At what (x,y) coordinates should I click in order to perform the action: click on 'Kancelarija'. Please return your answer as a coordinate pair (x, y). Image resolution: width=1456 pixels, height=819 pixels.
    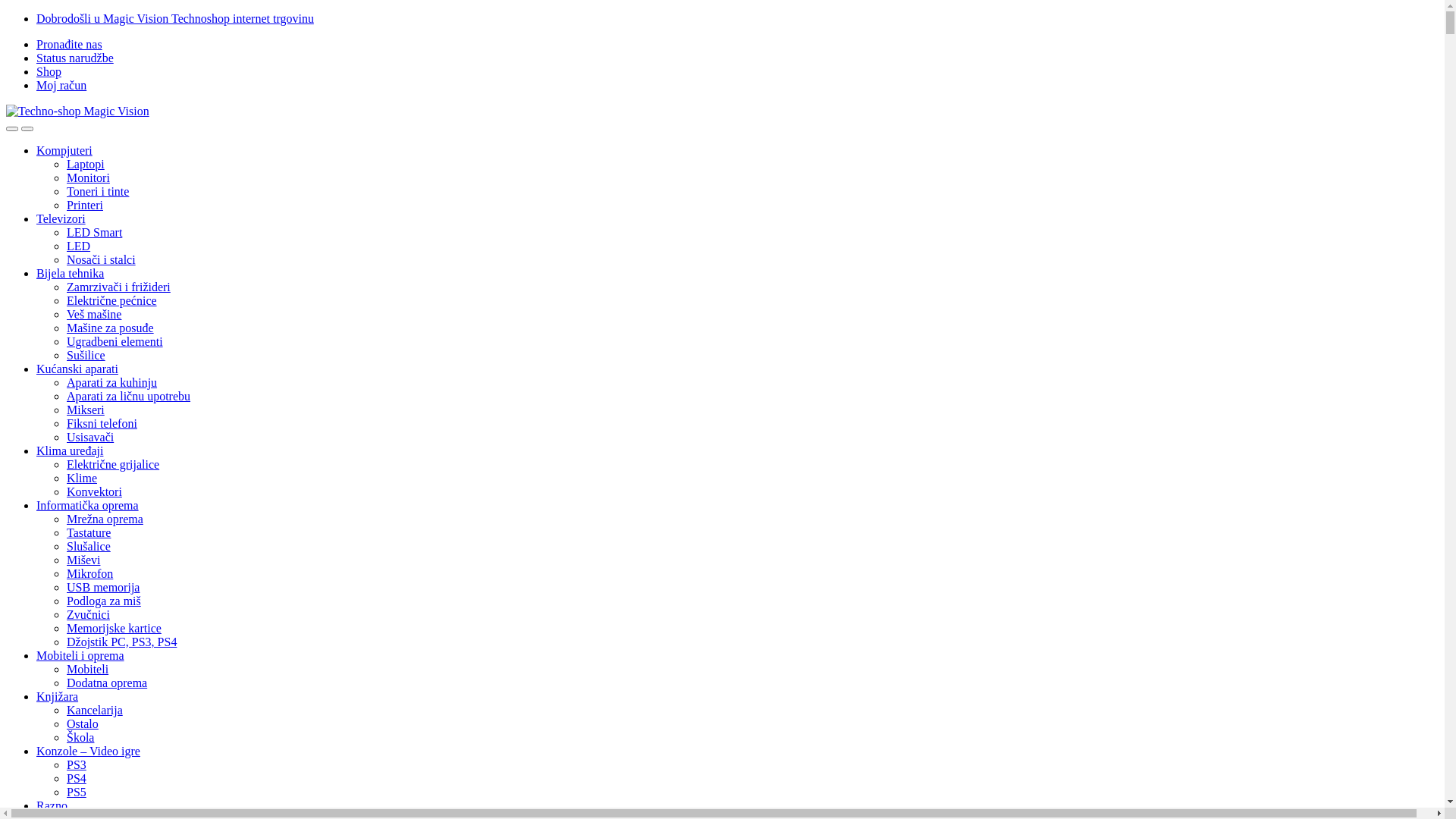
    Looking at the image, I should click on (93, 710).